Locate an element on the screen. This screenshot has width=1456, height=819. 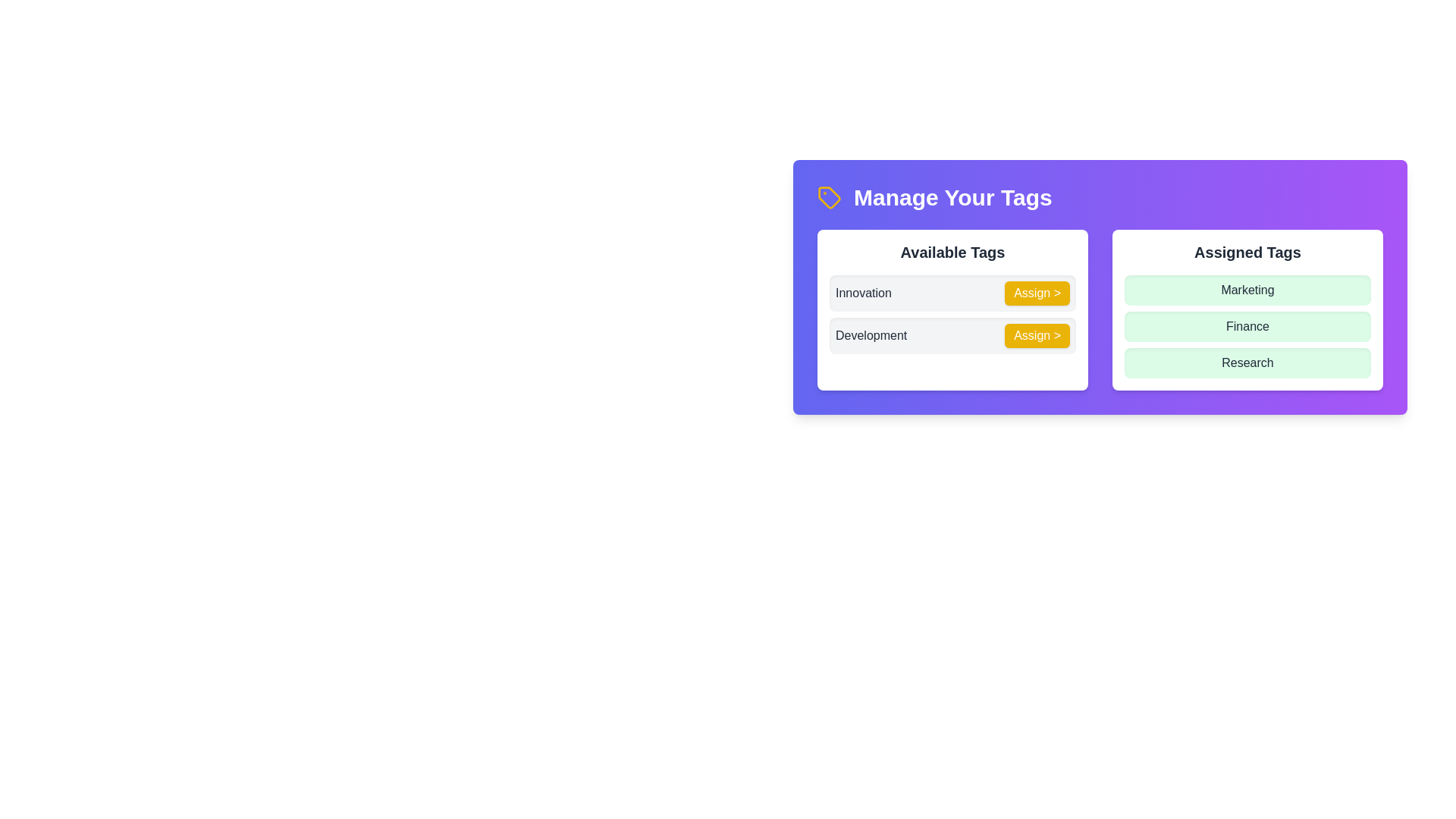
the 'Innovation' tag from the 'Available Tags' section is located at coordinates (952, 293).